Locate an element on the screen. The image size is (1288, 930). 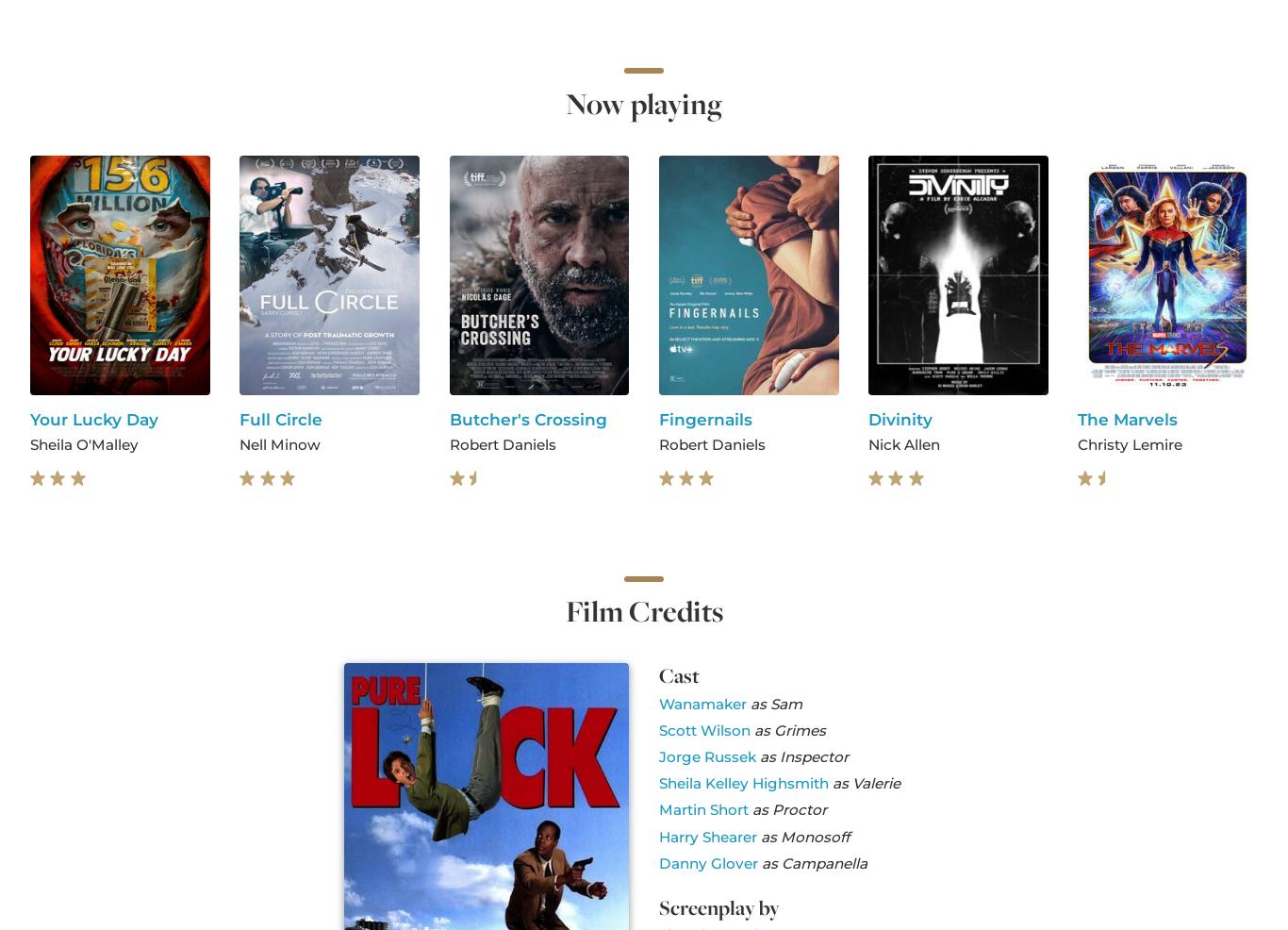
'as Inspector' is located at coordinates (757, 756).